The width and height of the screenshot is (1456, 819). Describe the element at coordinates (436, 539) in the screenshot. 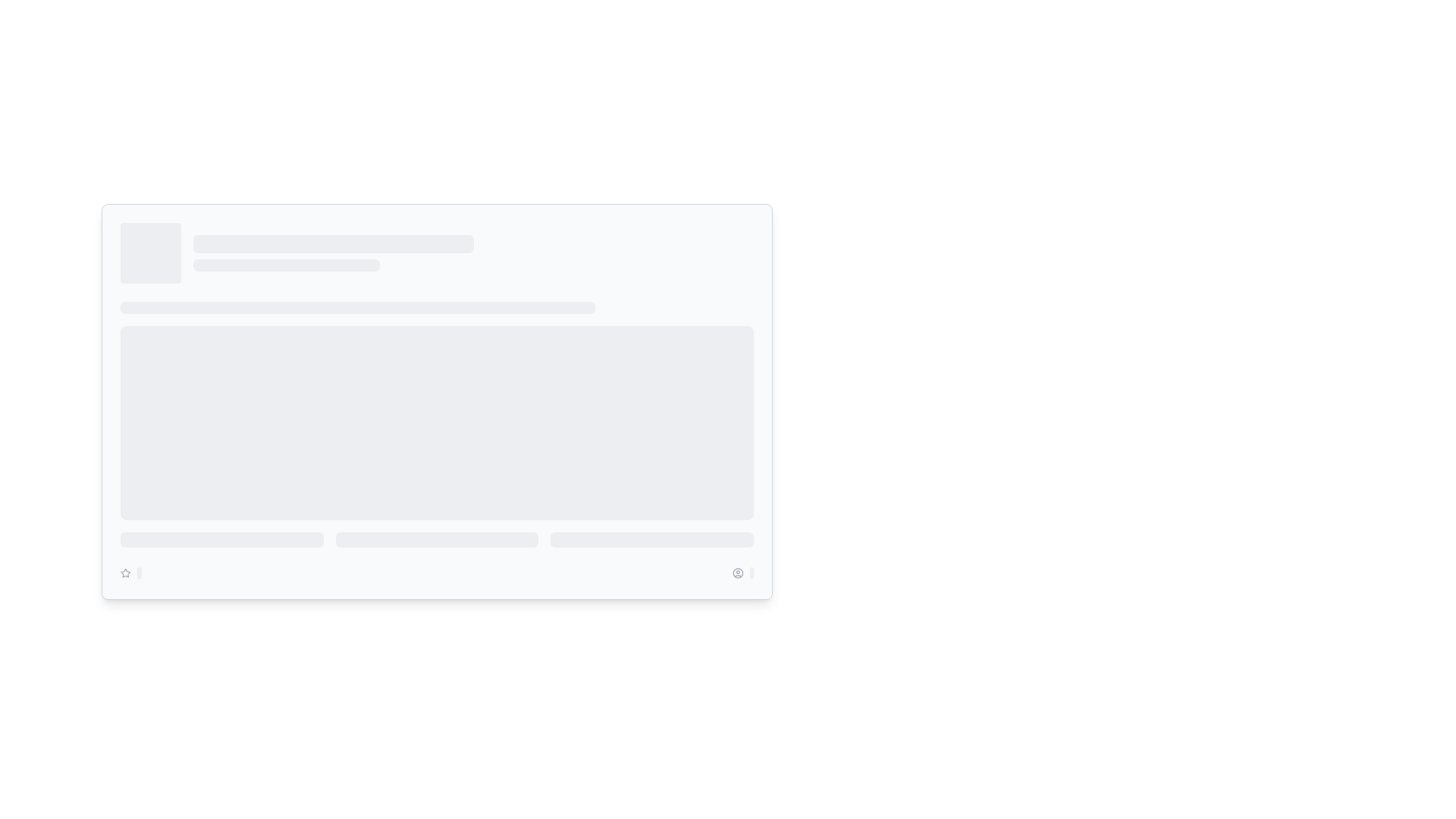

I see `the Loading Placeholder, which is the central element among three horizontally aligned loading bars, styled with a smooth light gray color and rounded shape` at that location.